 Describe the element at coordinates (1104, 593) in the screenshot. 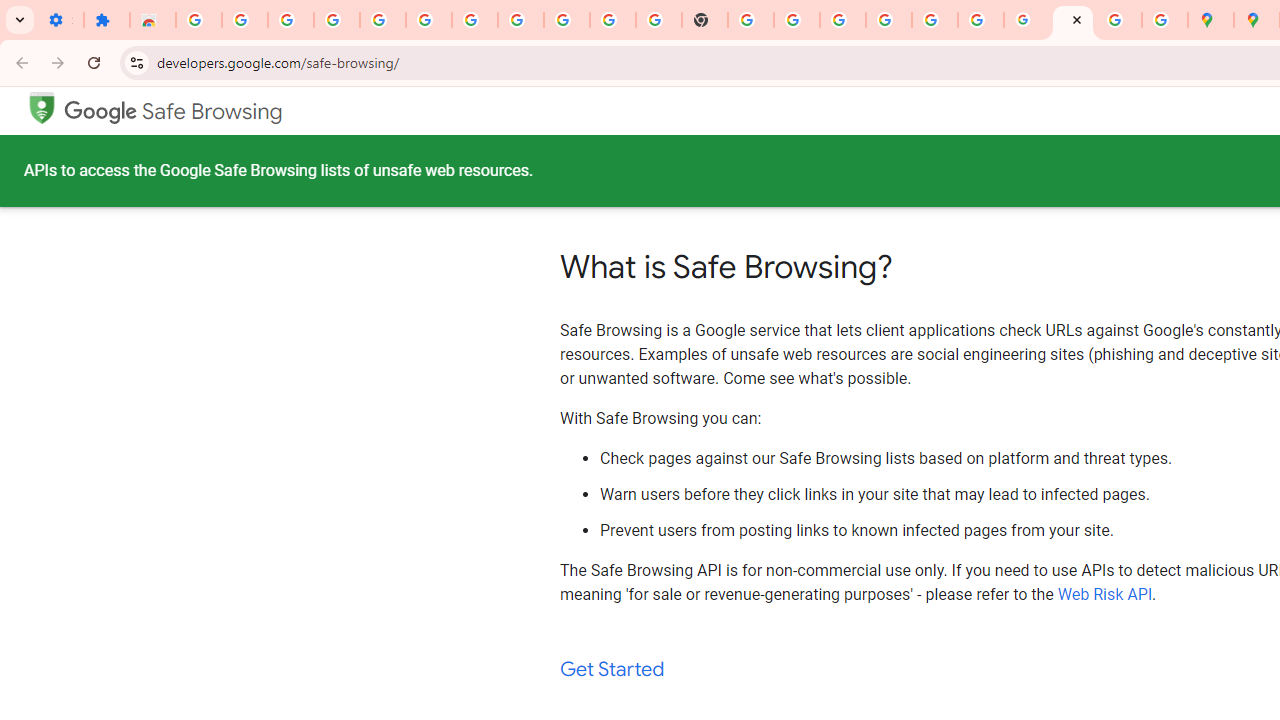

I see `'Web Risk API'` at that location.